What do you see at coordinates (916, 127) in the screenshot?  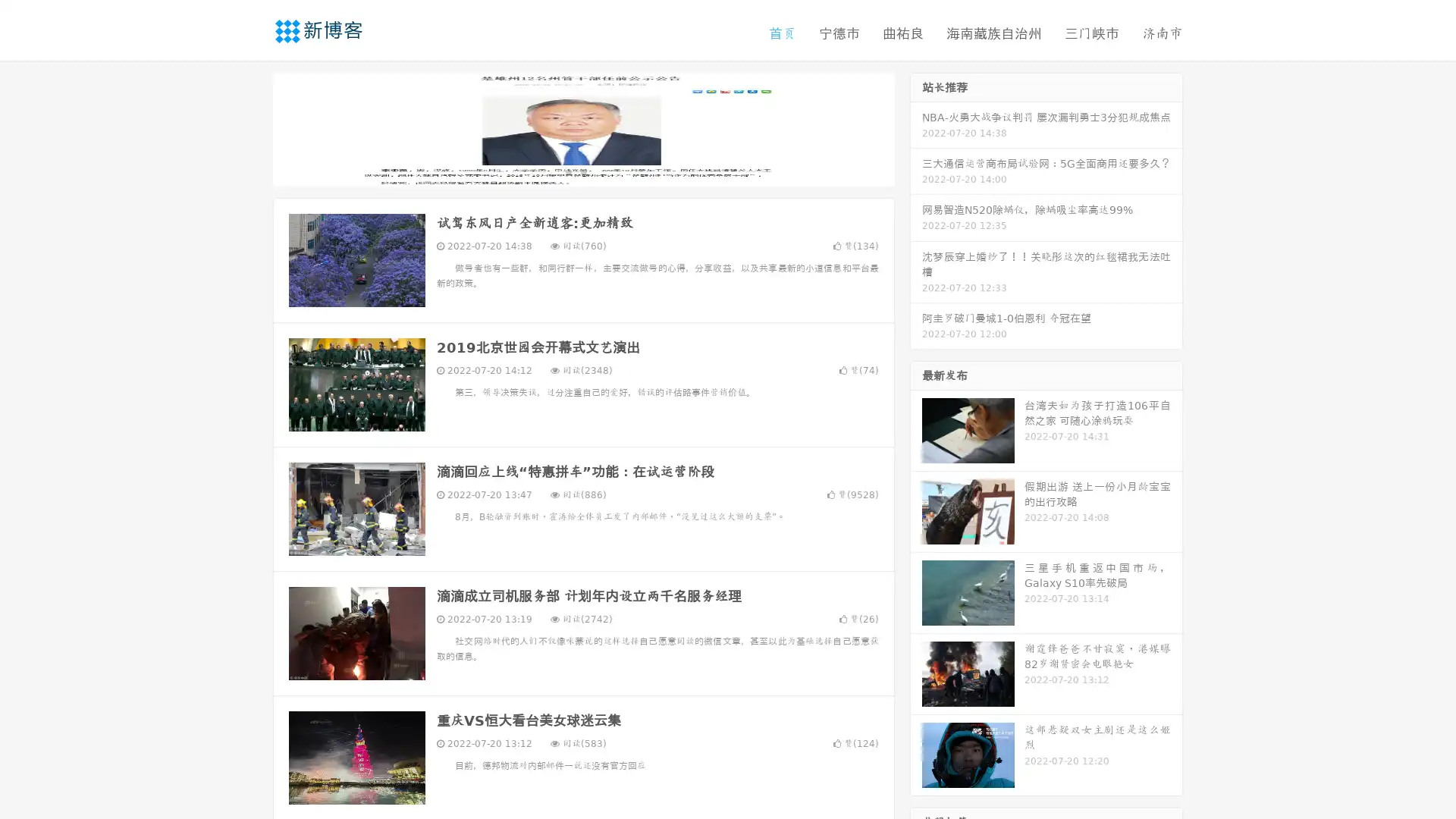 I see `Next slide` at bounding box center [916, 127].